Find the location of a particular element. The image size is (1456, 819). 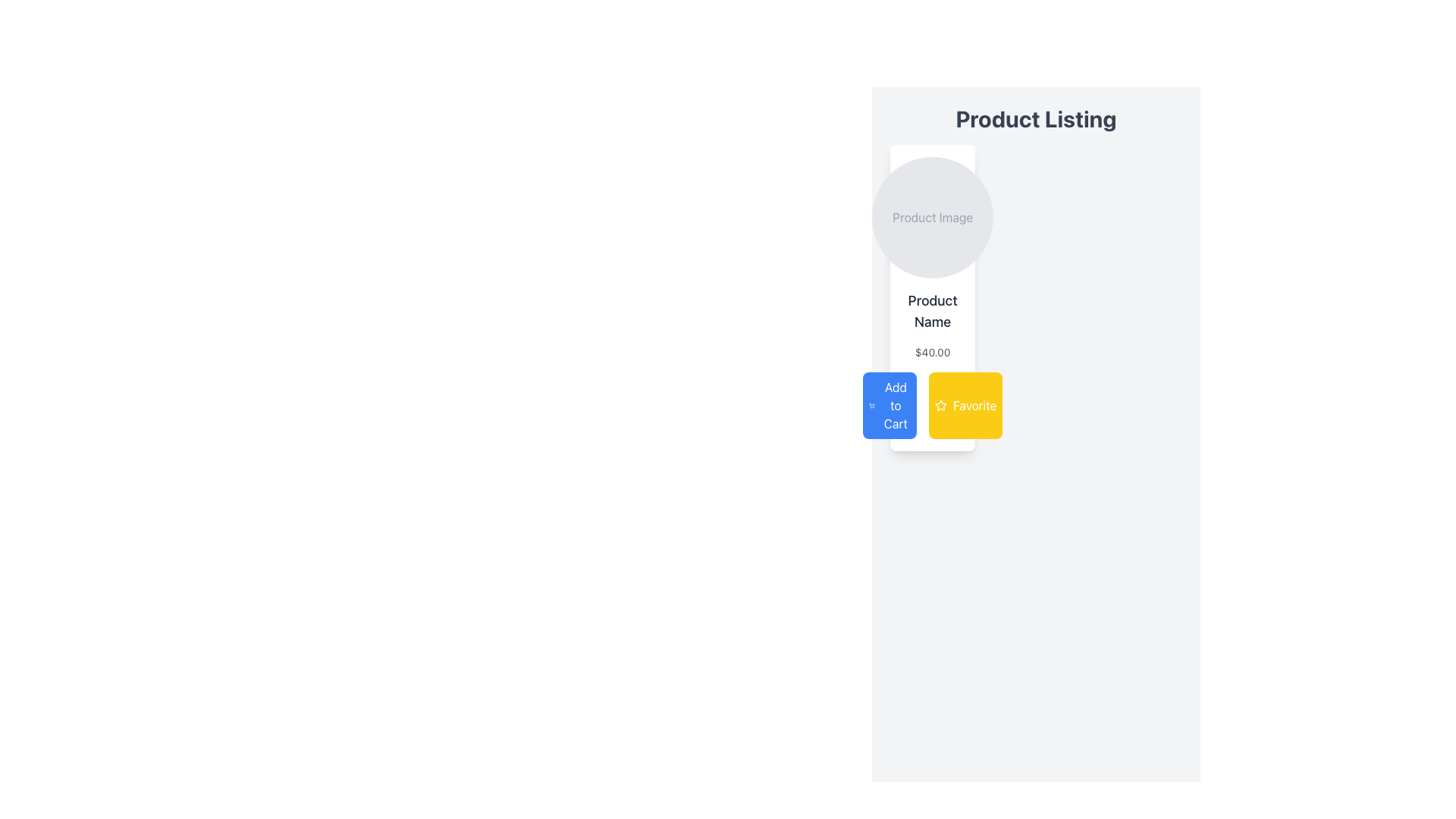

the star icon within the yellow 'Favorite' button located at the bottom-right area of the product card is located at coordinates (940, 405).